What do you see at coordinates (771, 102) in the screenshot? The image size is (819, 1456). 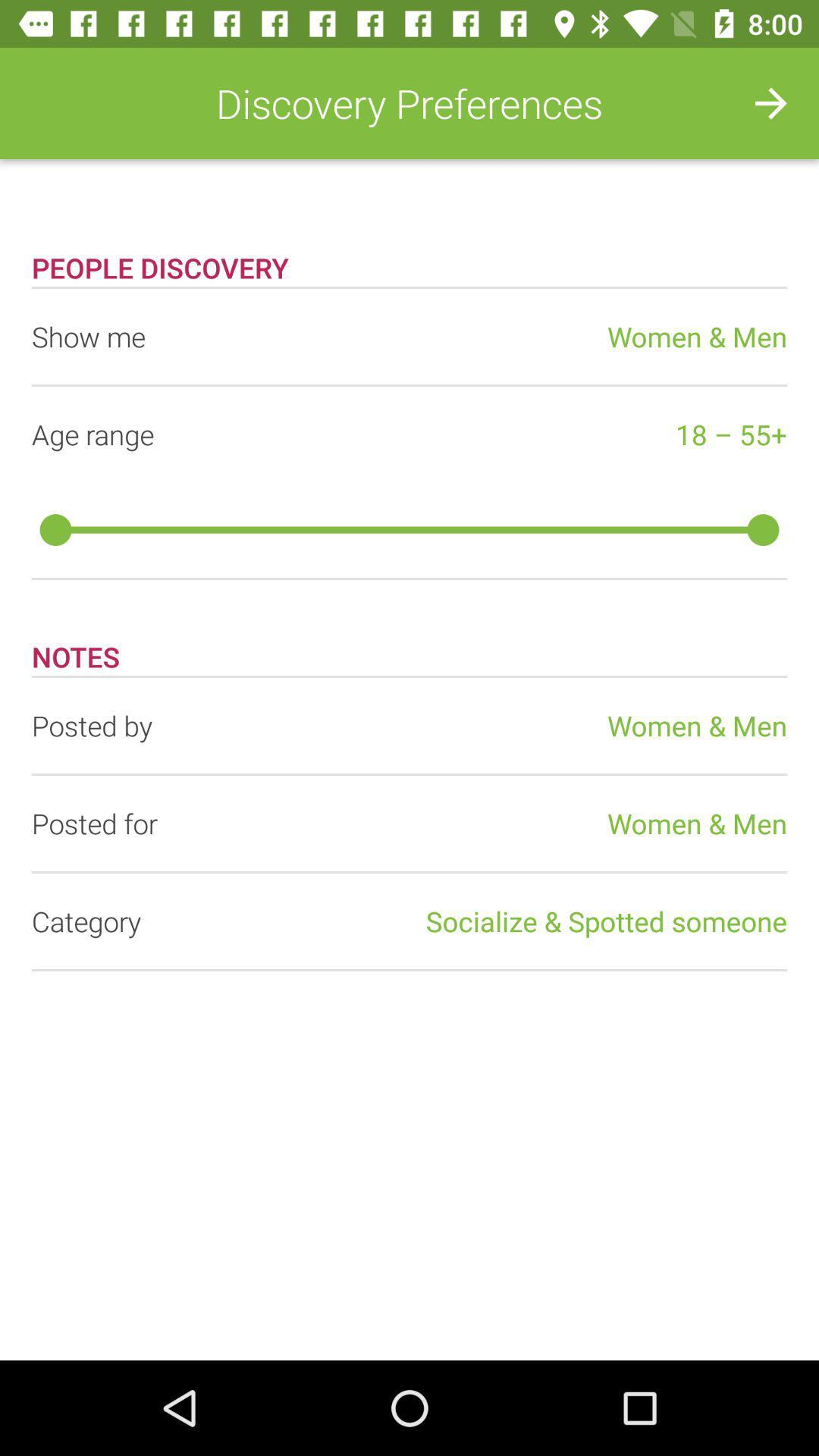 I see `the icon to the right of the discovery preferences` at bounding box center [771, 102].